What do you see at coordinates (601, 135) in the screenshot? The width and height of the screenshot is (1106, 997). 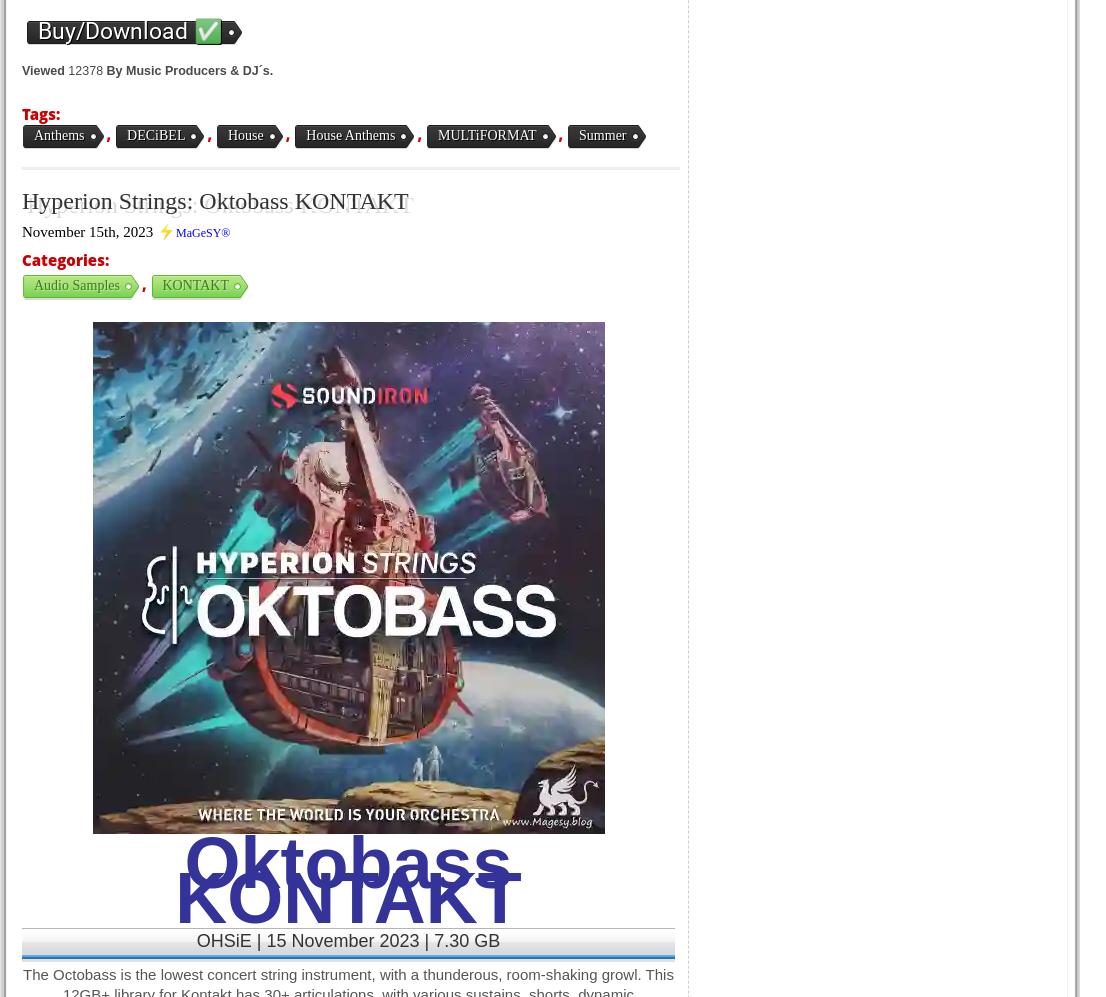 I see `'Summer'` at bounding box center [601, 135].